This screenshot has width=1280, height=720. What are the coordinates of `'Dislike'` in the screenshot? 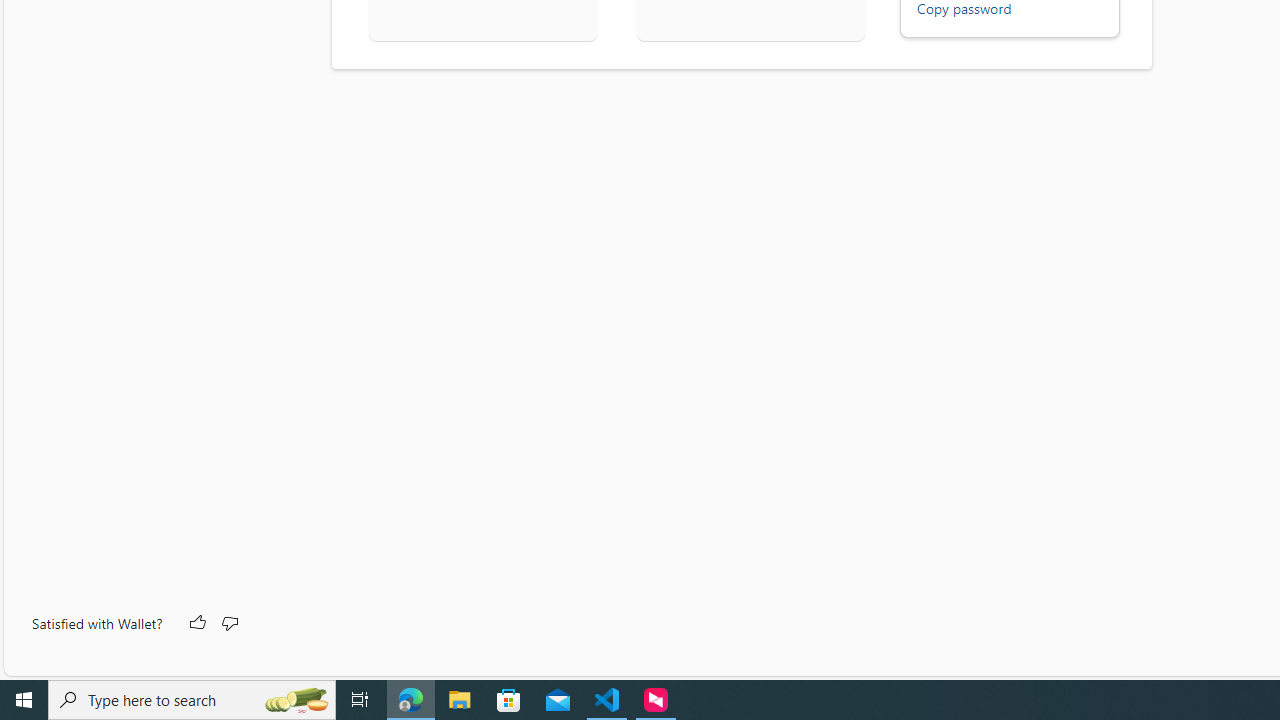 It's located at (229, 622).